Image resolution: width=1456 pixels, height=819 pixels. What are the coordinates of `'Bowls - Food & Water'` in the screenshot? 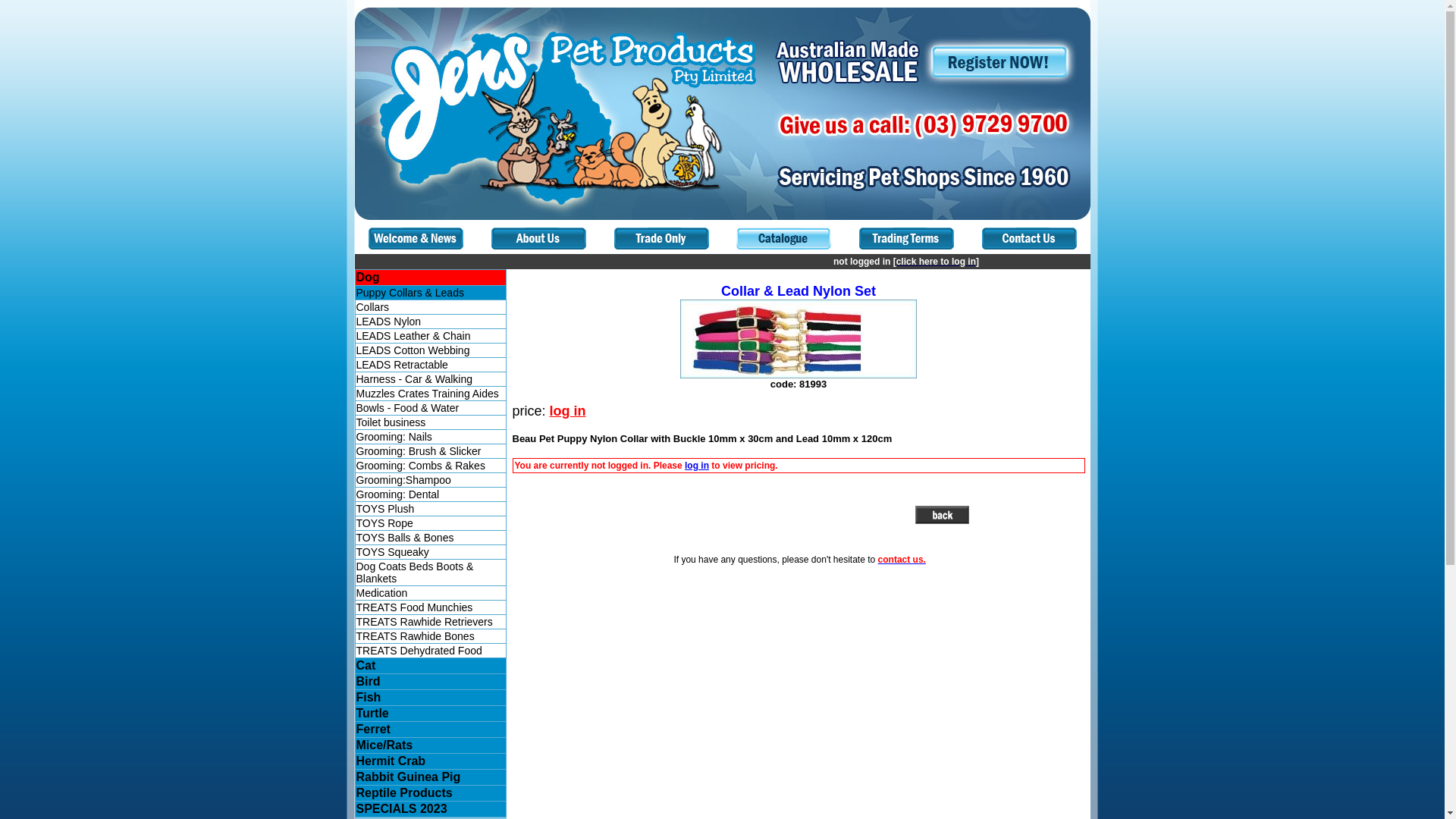 It's located at (428, 406).